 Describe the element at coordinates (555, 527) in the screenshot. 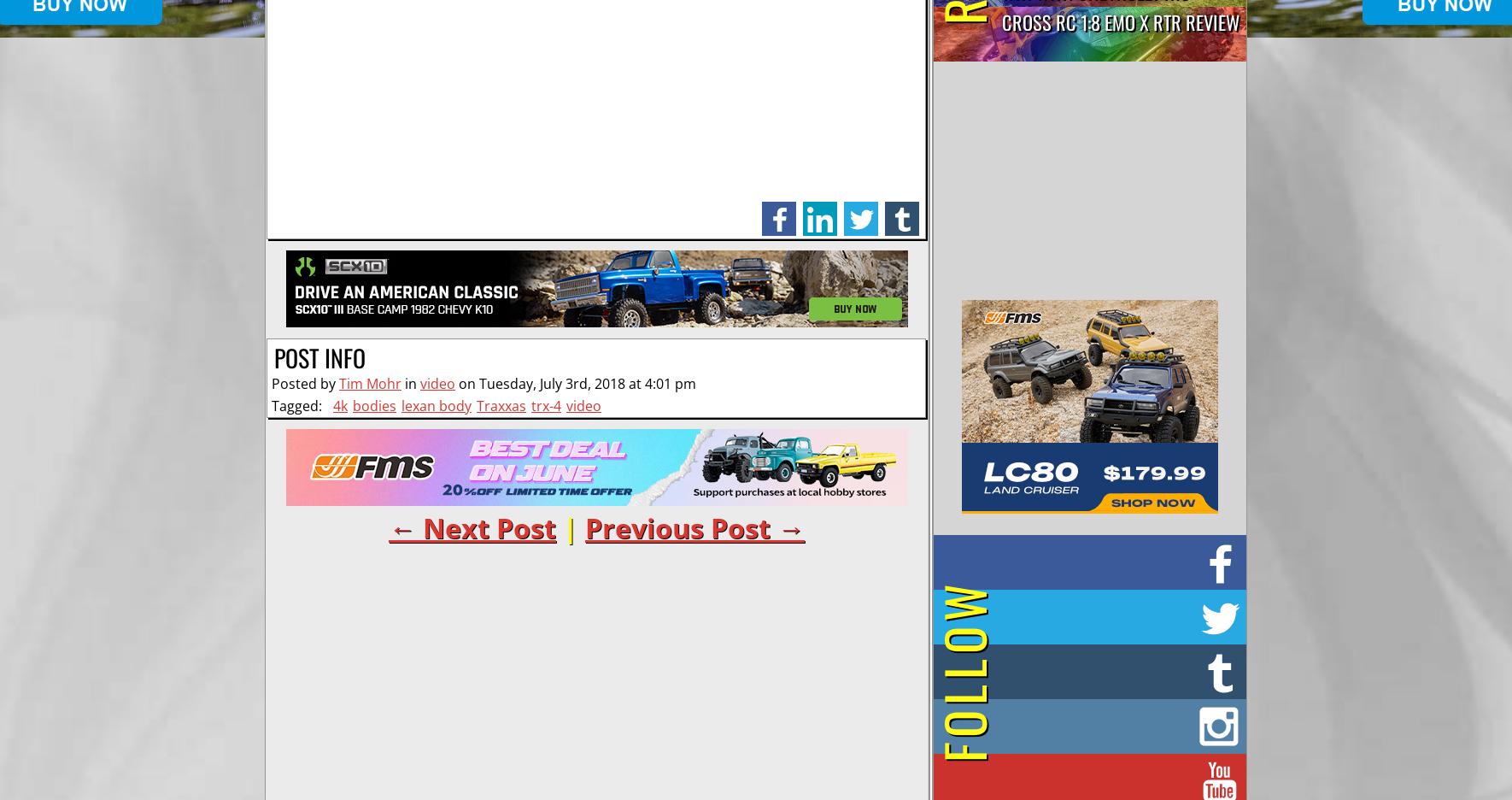

I see `'|'` at that location.